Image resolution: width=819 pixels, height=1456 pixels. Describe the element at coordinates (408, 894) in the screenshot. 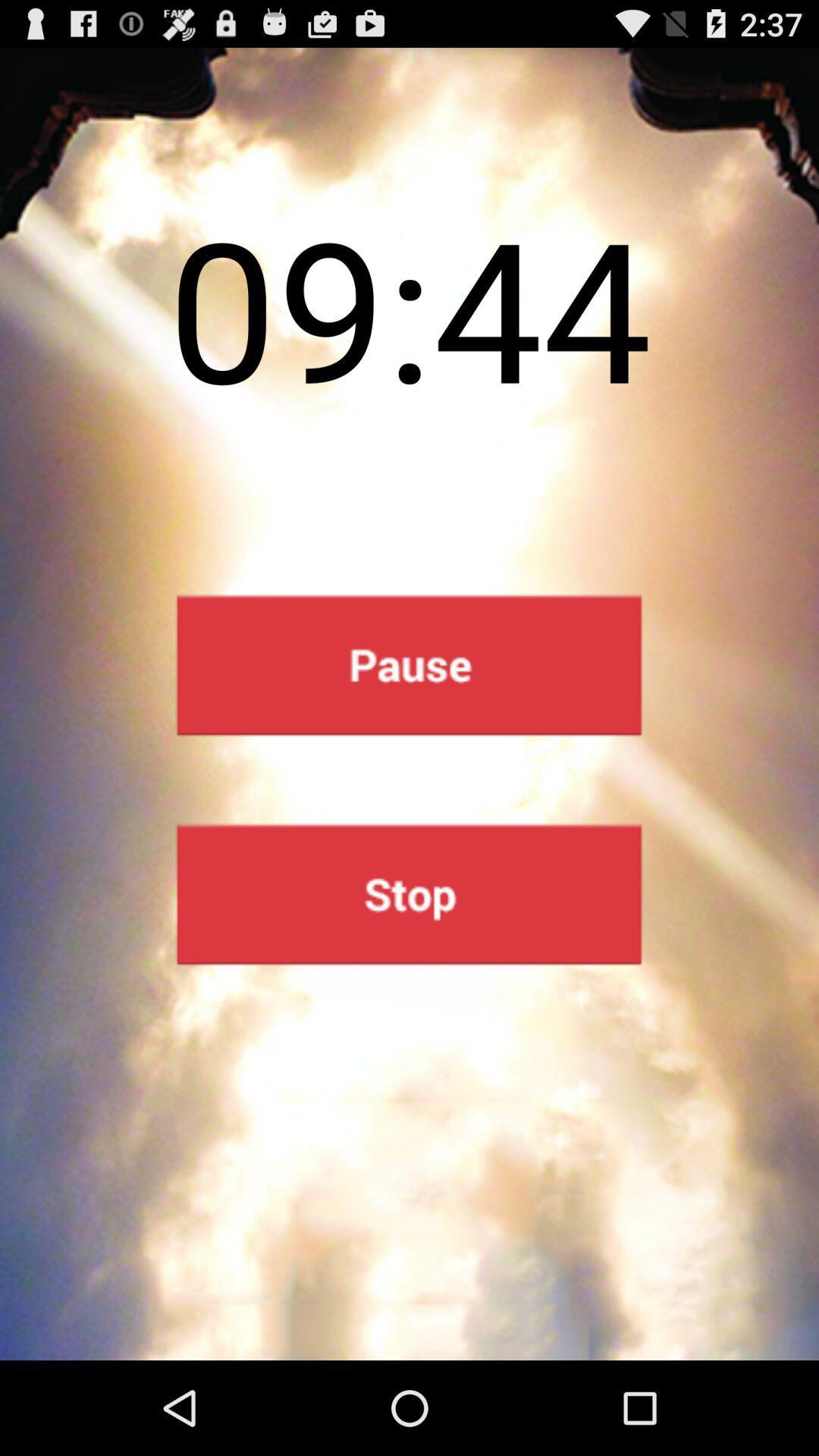

I see `stop` at that location.